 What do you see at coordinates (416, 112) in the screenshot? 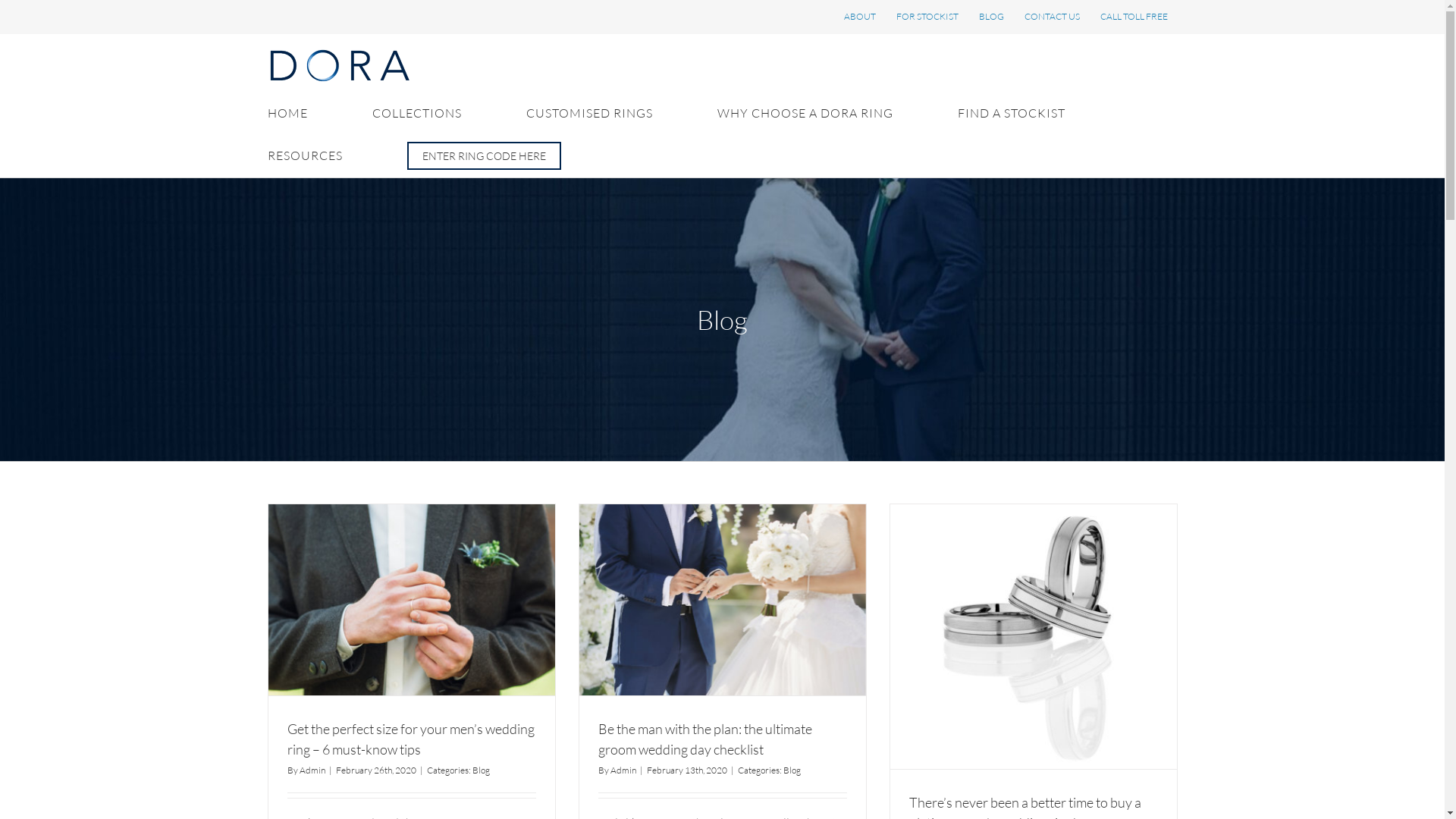
I see `'COLLECTIONS'` at bounding box center [416, 112].